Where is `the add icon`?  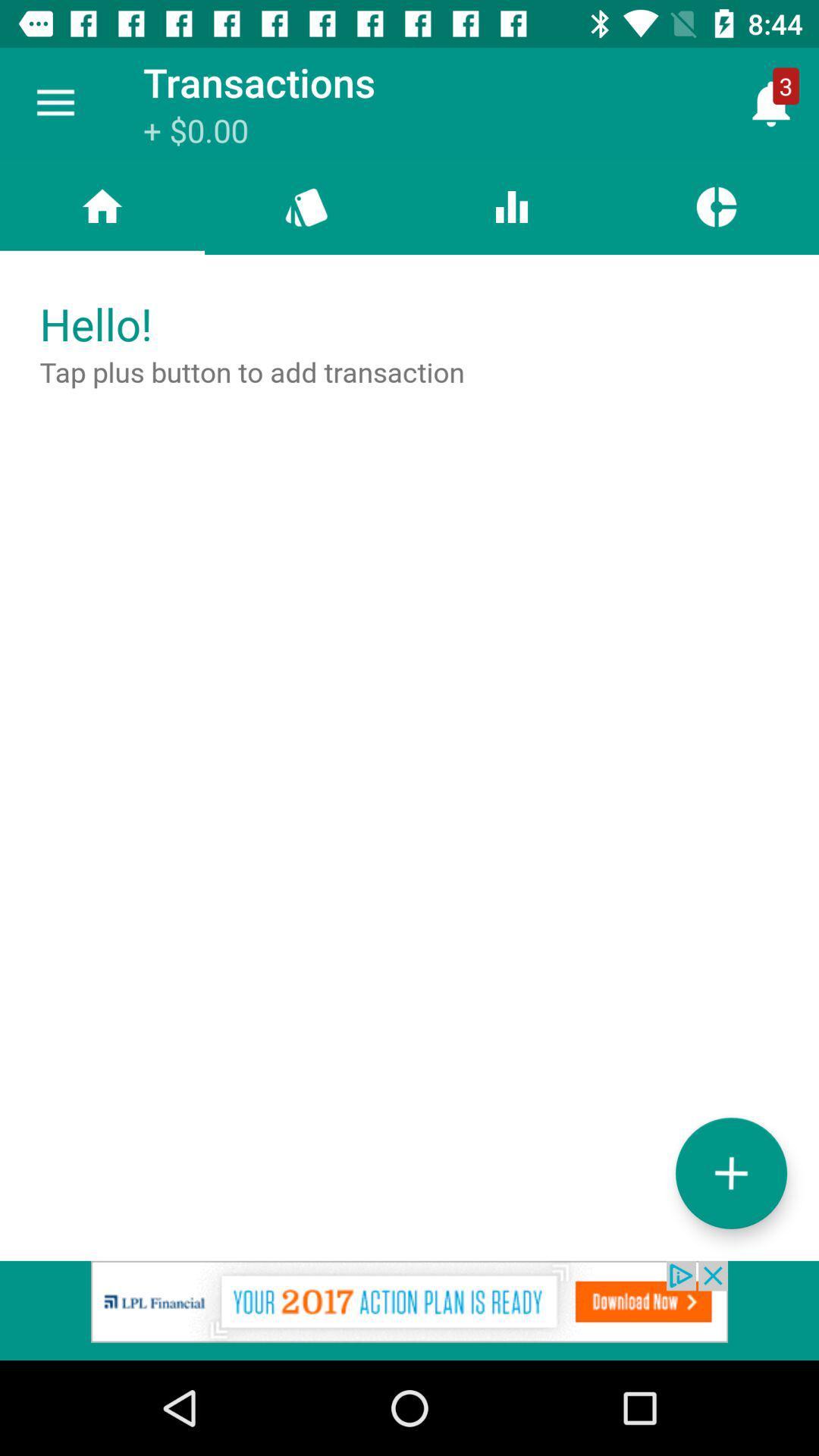
the add icon is located at coordinates (730, 1172).